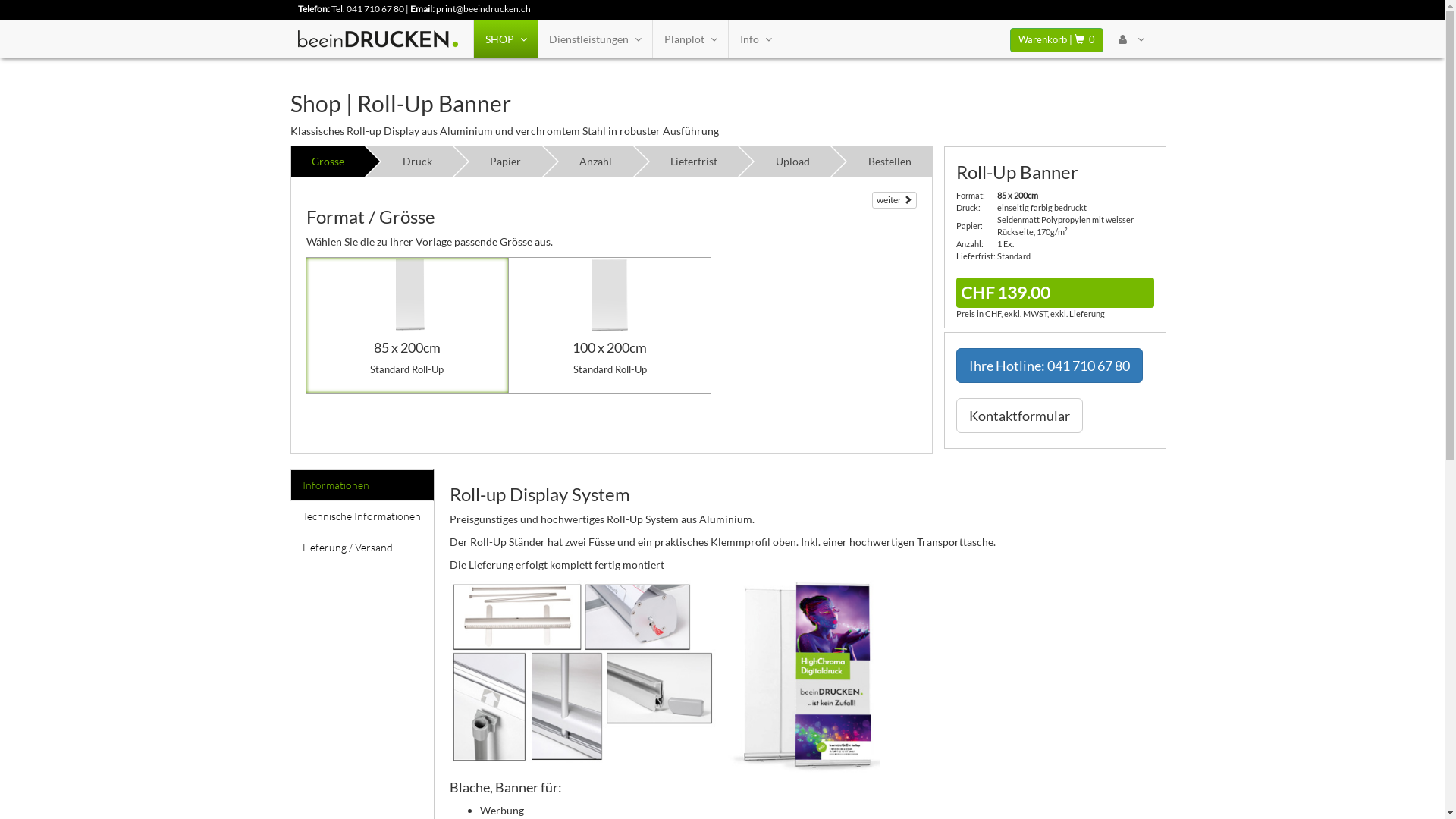 The width and height of the screenshot is (1456, 819). I want to click on 'Anzahl', so click(595, 161).